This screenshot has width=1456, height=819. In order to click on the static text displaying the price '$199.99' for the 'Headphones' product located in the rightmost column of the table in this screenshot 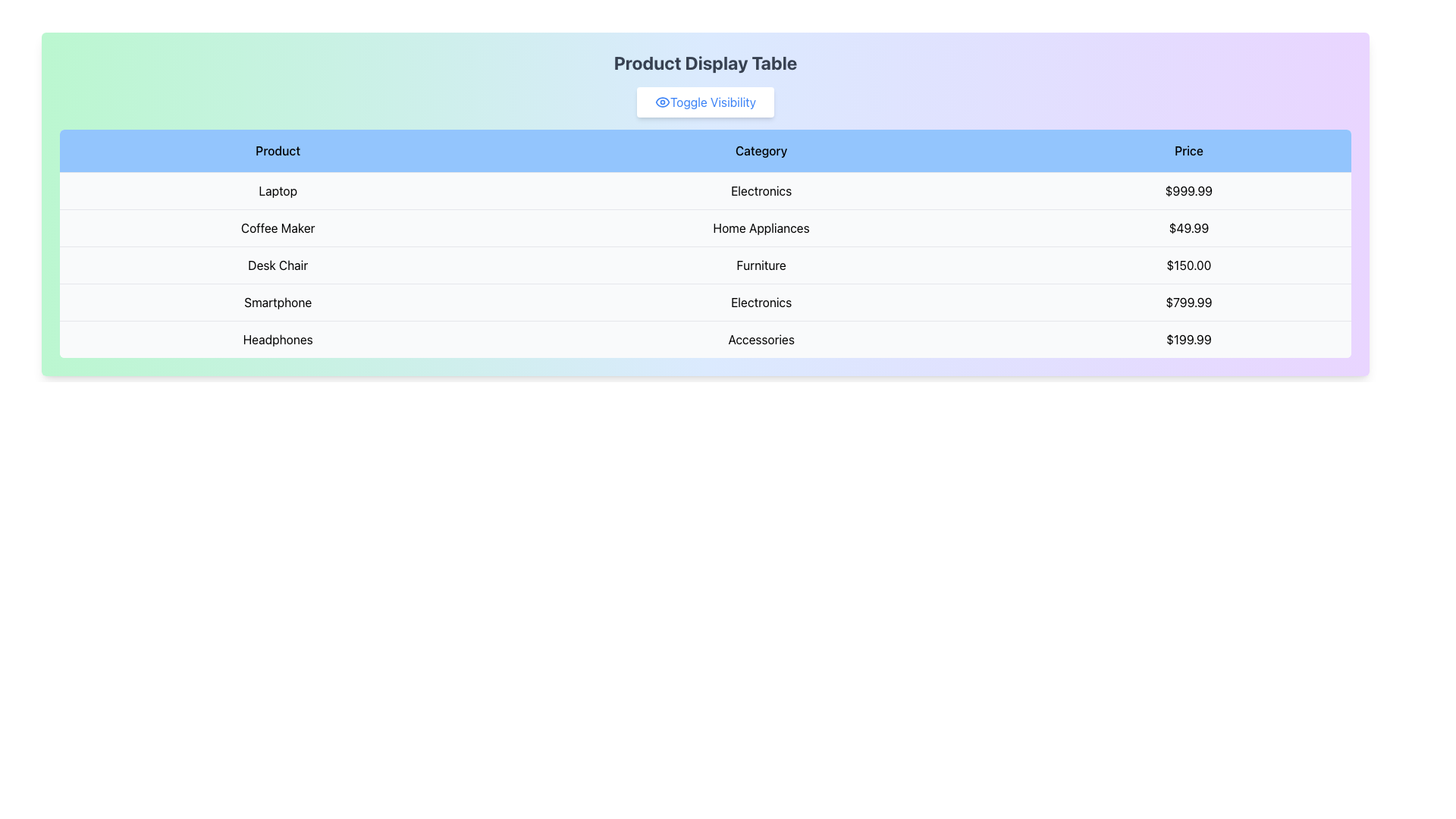, I will do `click(1188, 338)`.